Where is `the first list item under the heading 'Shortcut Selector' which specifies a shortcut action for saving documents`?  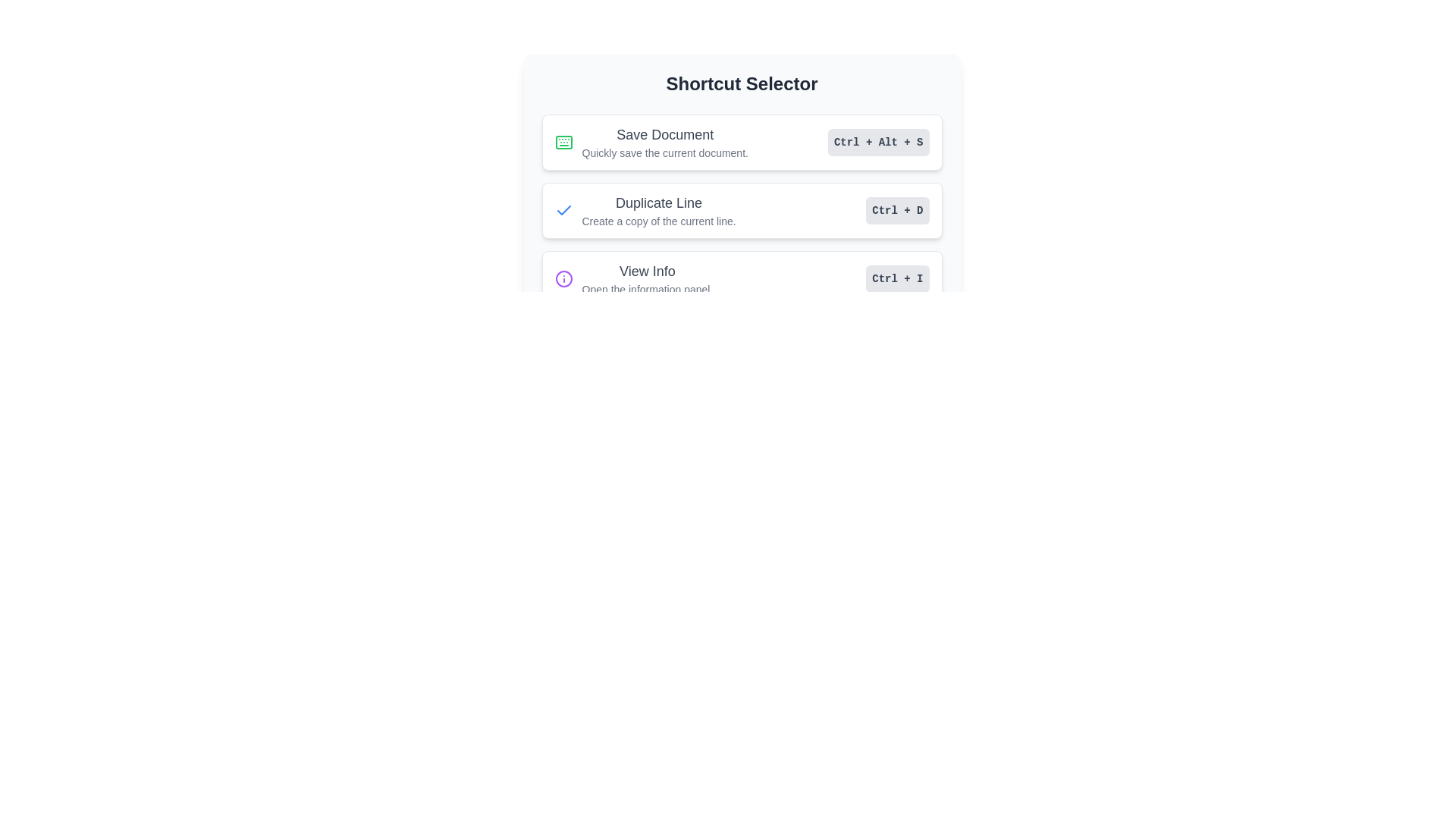 the first list item under the heading 'Shortcut Selector' which specifies a shortcut action for saving documents is located at coordinates (742, 143).